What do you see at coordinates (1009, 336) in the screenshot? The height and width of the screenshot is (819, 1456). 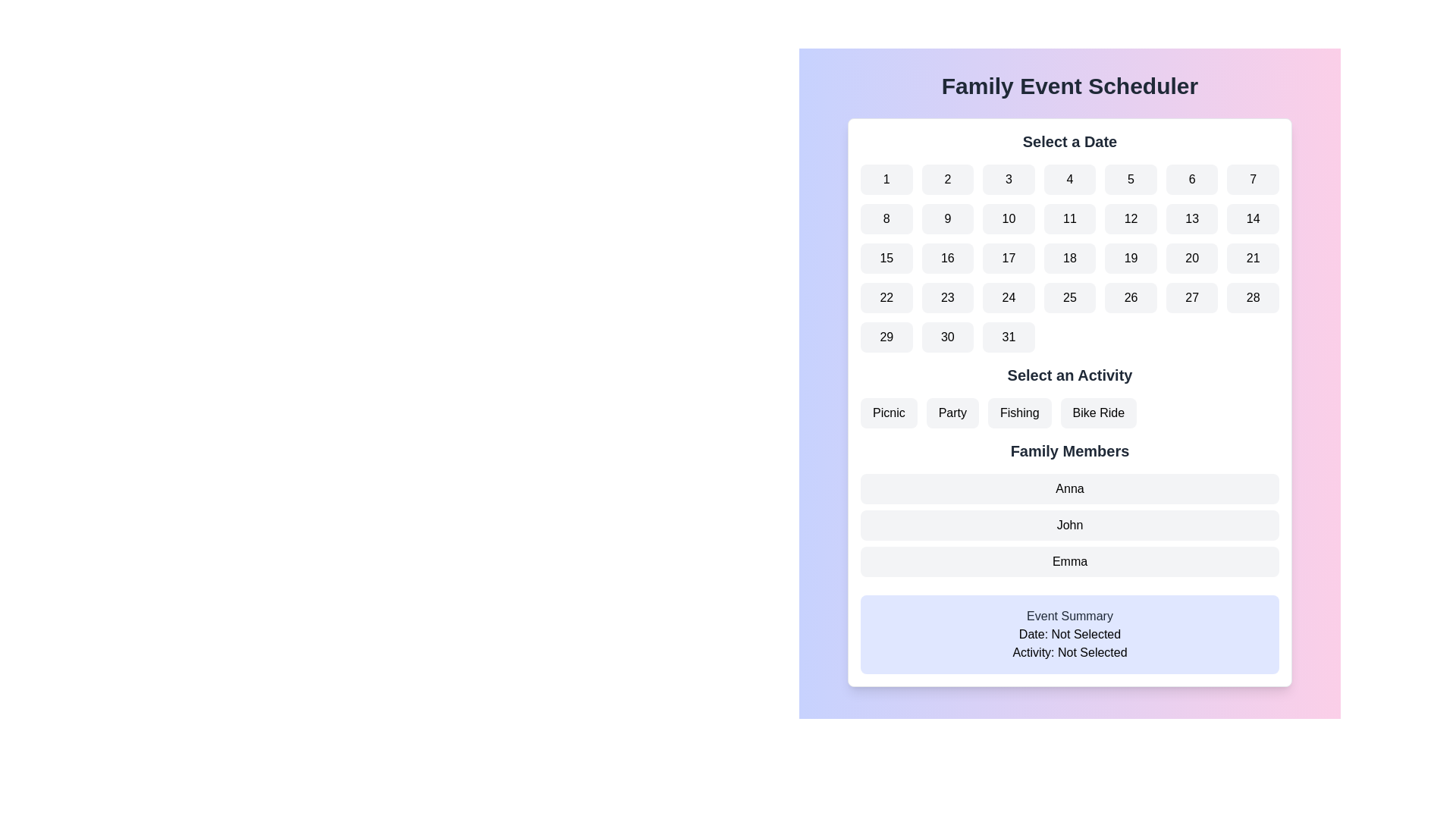 I see `the button labeled '31' which is the last button in the bottom row of the calendar date grid` at bounding box center [1009, 336].